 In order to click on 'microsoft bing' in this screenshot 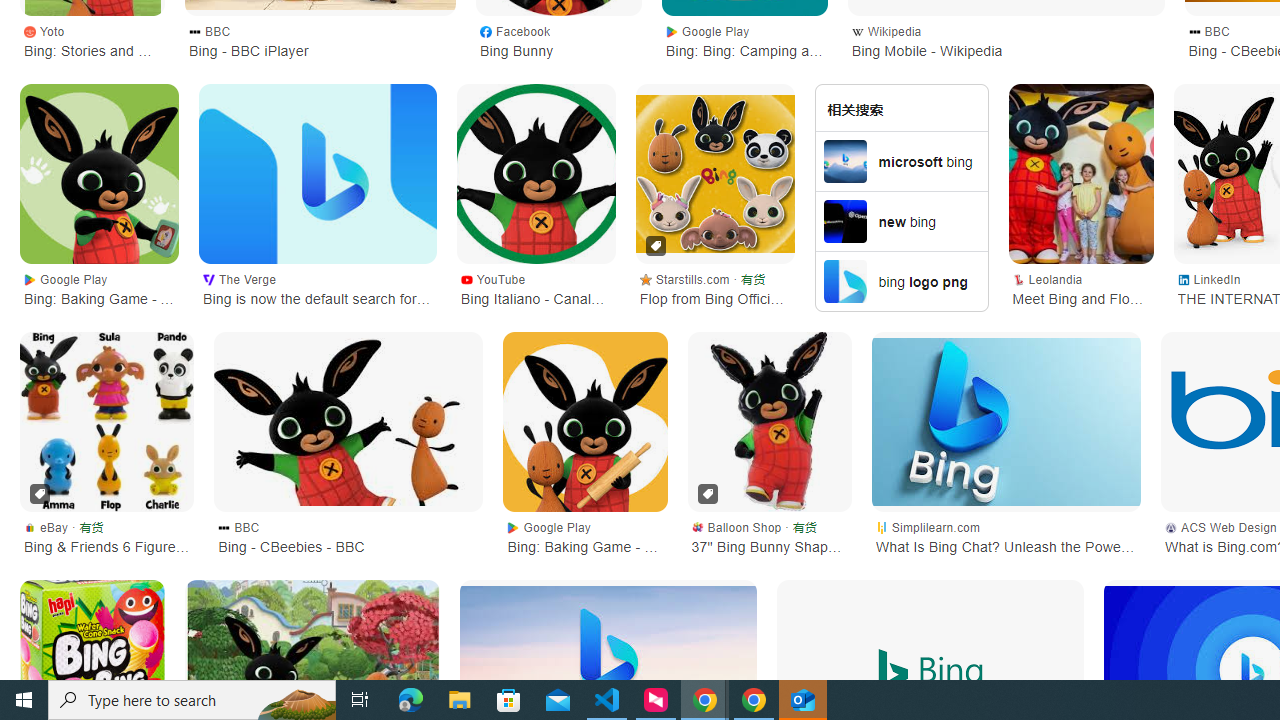, I will do `click(900, 159)`.